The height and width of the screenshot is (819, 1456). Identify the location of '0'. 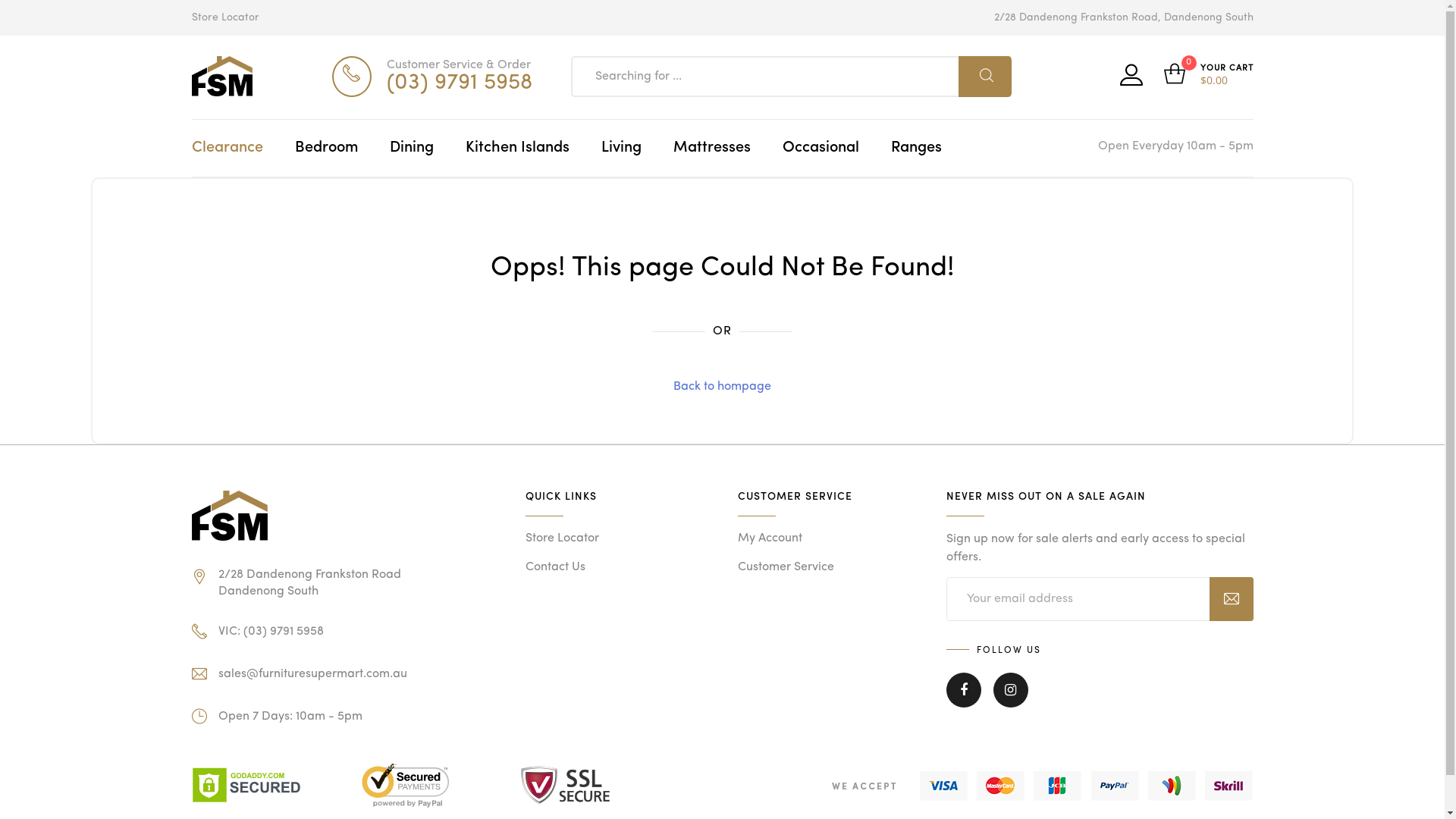
(1181, 76).